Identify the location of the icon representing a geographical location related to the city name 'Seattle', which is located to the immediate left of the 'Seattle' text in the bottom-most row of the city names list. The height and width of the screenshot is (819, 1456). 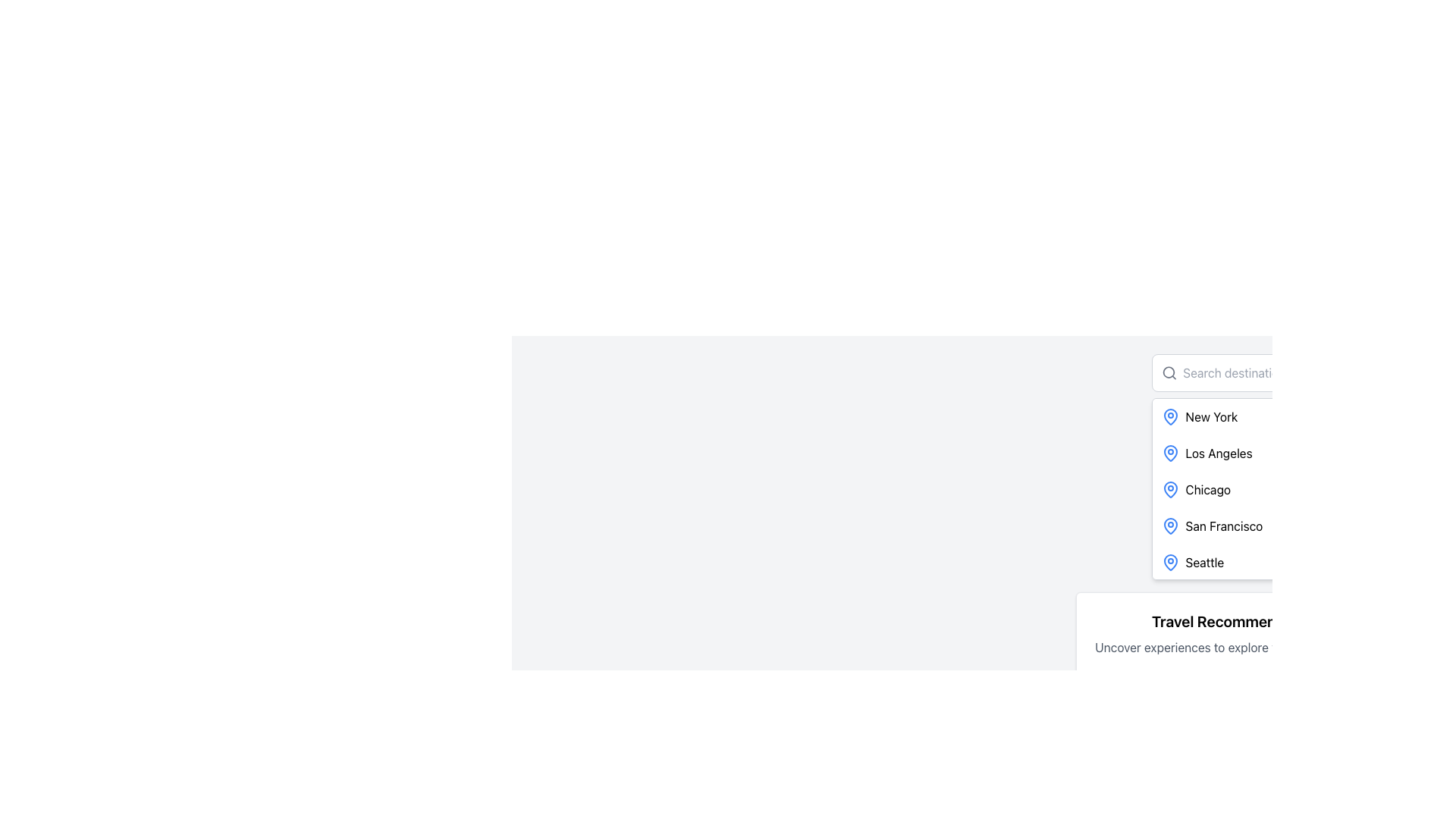
(1169, 562).